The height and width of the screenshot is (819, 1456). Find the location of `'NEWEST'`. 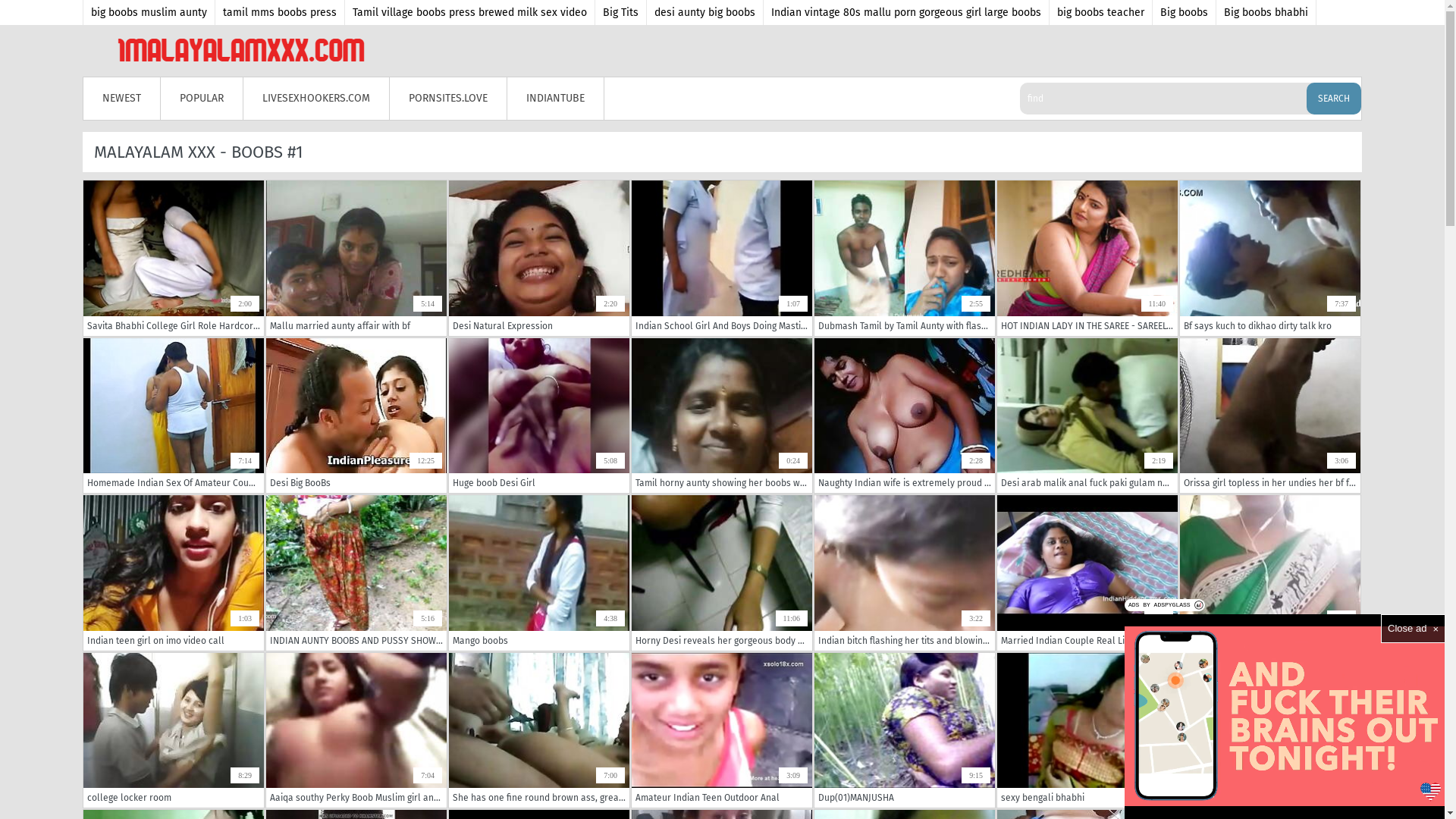

'NEWEST' is located at coordinates (122, 99).